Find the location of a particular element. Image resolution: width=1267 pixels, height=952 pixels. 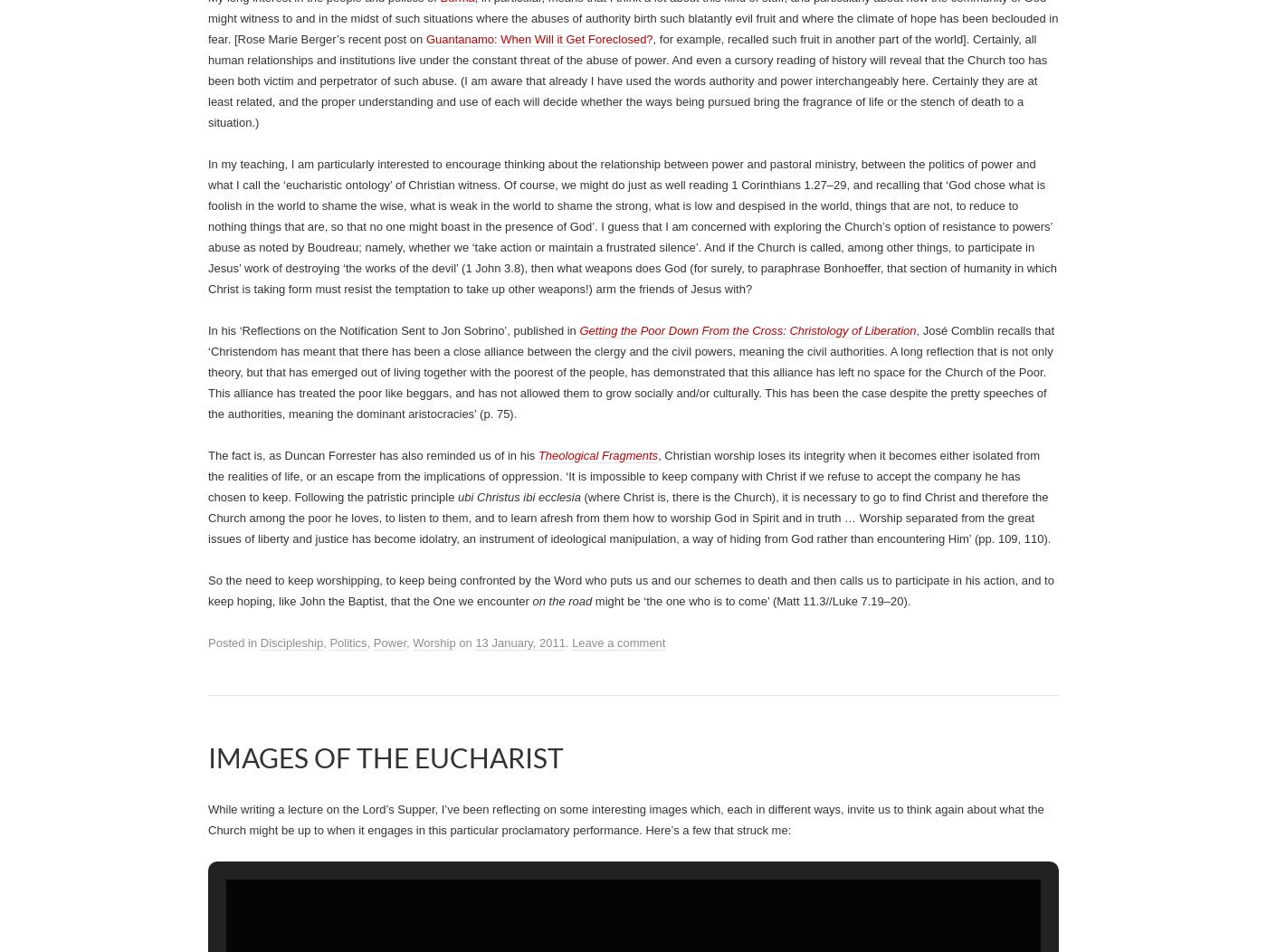

'an opportunity for the Lord’s grace to enter and do the rest.' is located at coordinates (262, 26).